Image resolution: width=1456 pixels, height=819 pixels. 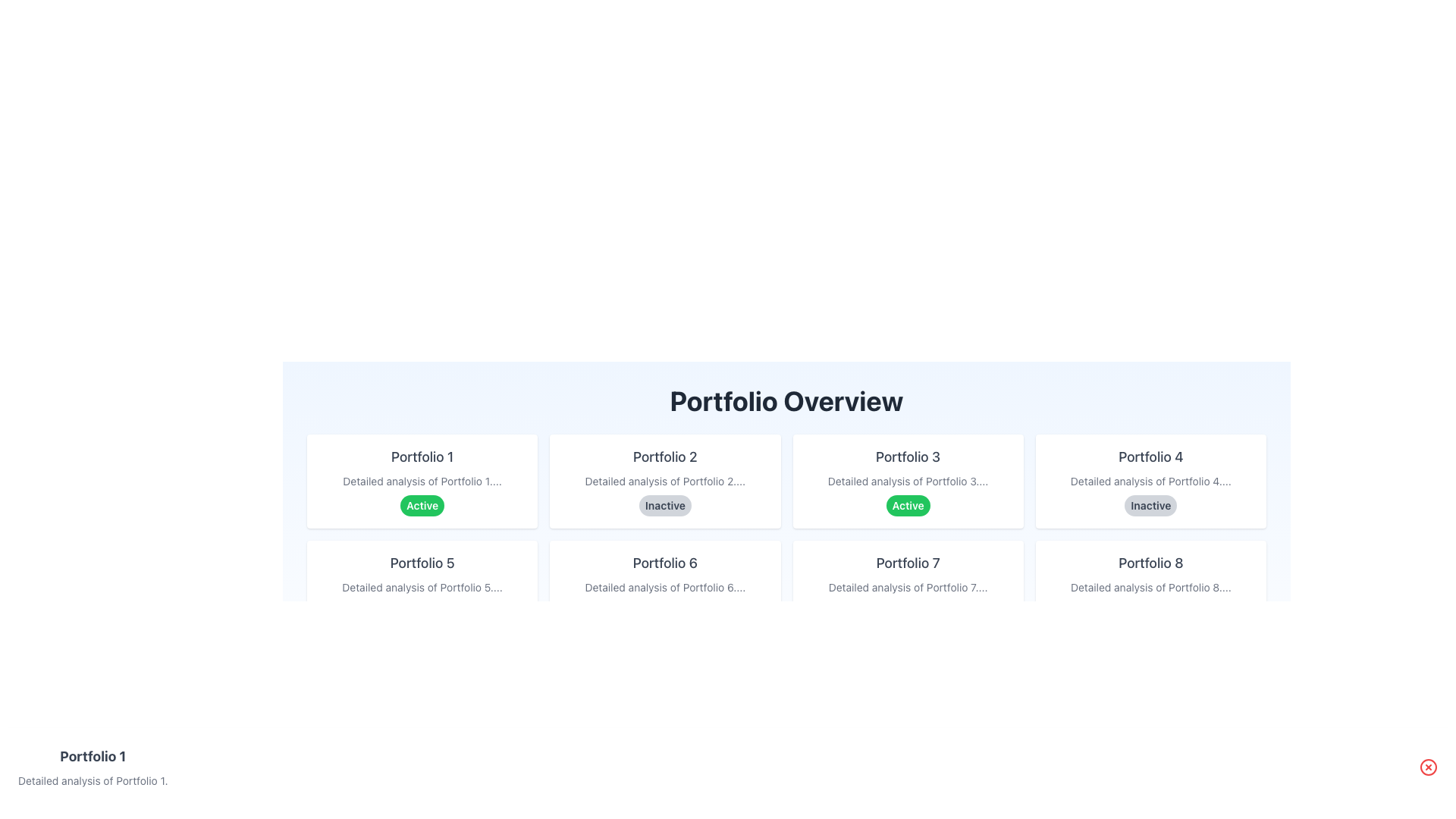 What do you see at coordinates (908, 482) in the screenshot?
I see `the supportive text element that provides additional details about 'Portfolio 3', located in the first row, third column of the grid layout, below the title text and above the status indicator ('Active')` at bounding box center [908, 482].